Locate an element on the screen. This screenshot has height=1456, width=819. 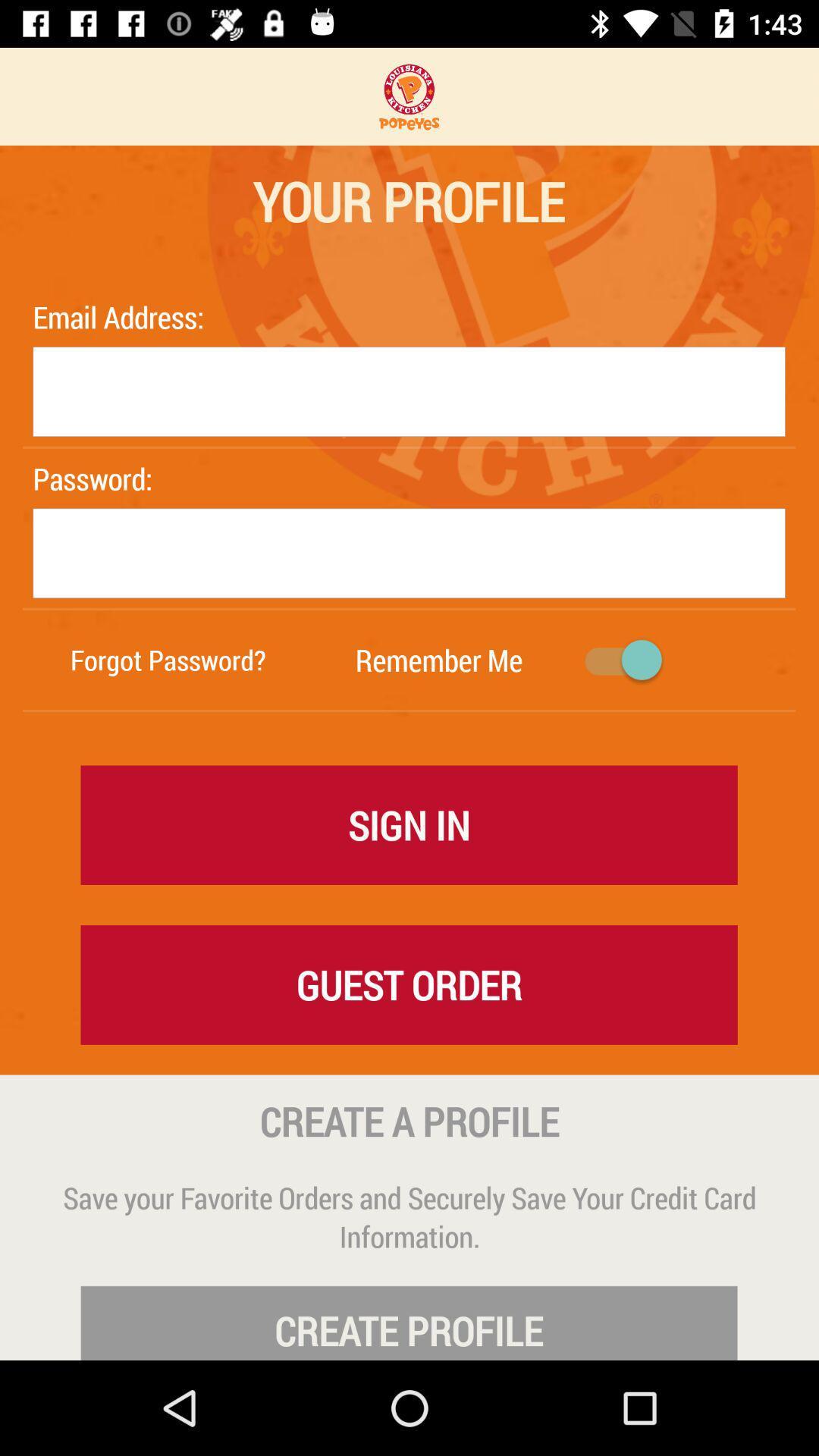
the item next to the remember me is located at coordinates (168, 660).